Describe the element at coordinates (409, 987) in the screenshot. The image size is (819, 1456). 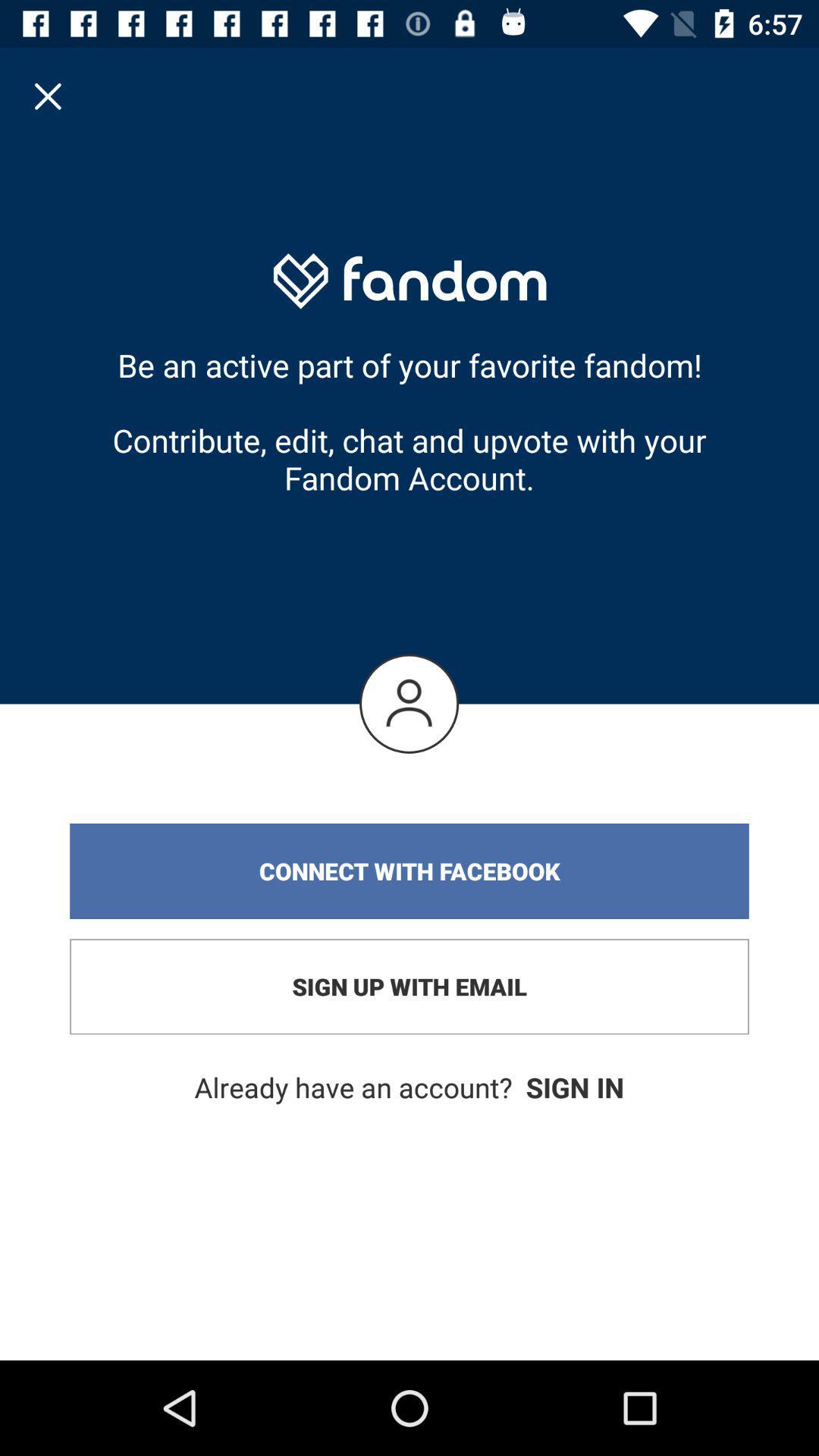
I see `icon above the already have an item` at that location.